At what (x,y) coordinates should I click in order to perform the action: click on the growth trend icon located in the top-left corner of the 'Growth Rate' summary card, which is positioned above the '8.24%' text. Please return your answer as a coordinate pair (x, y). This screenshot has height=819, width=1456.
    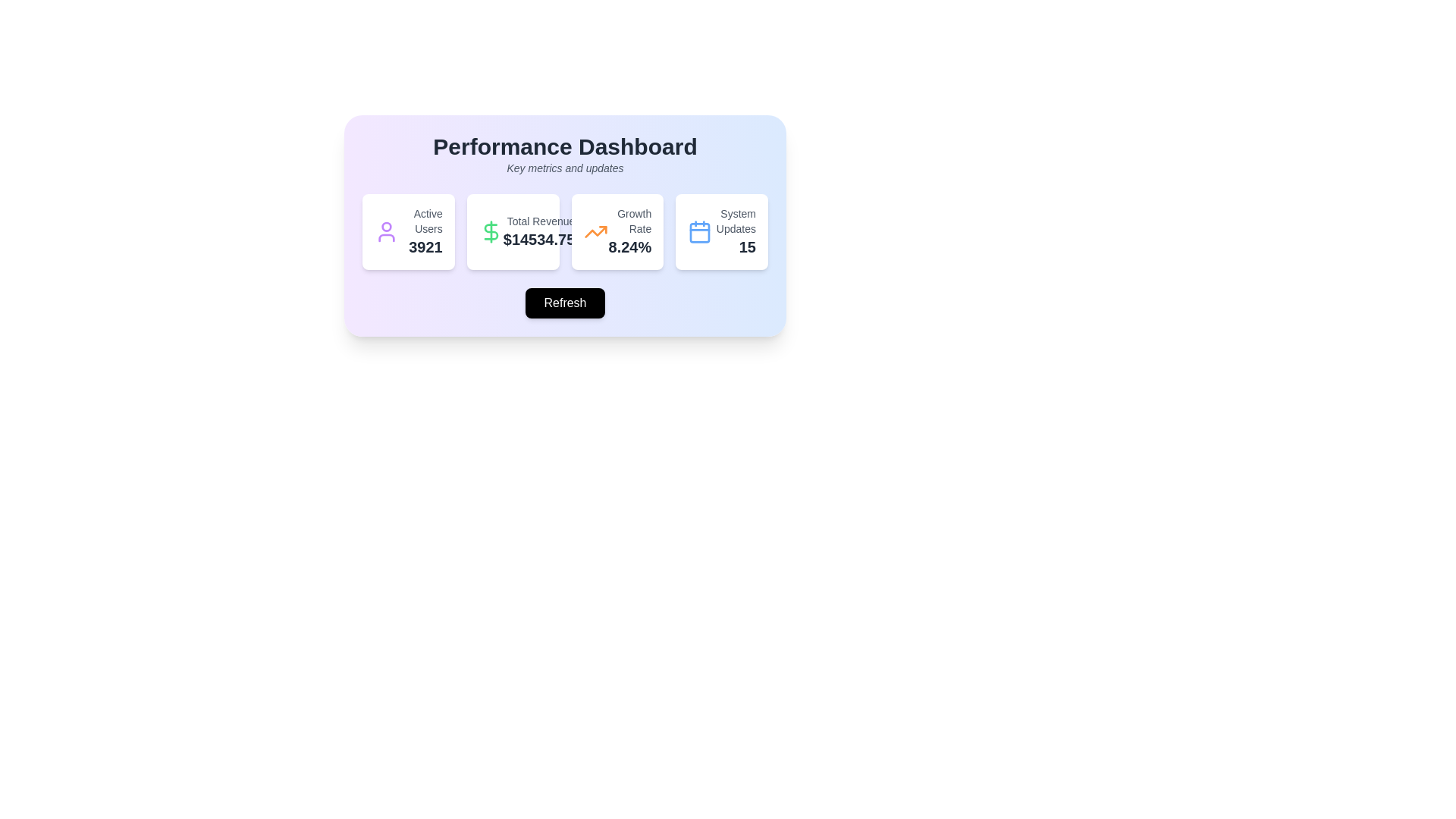
    Looking at the image, I should click on (595, 231).